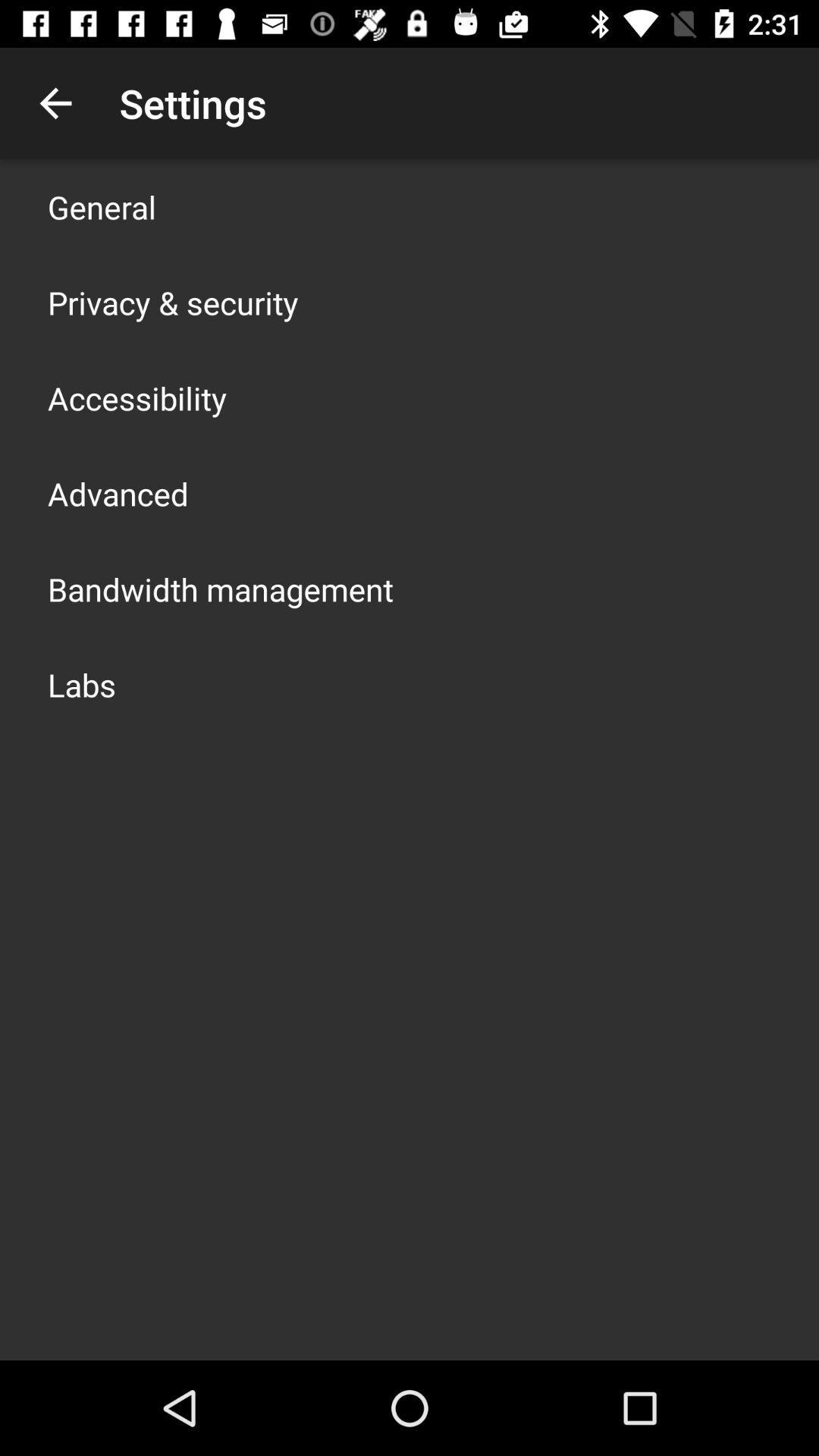  I want to click on the app above the general icon, so click(55, 102).